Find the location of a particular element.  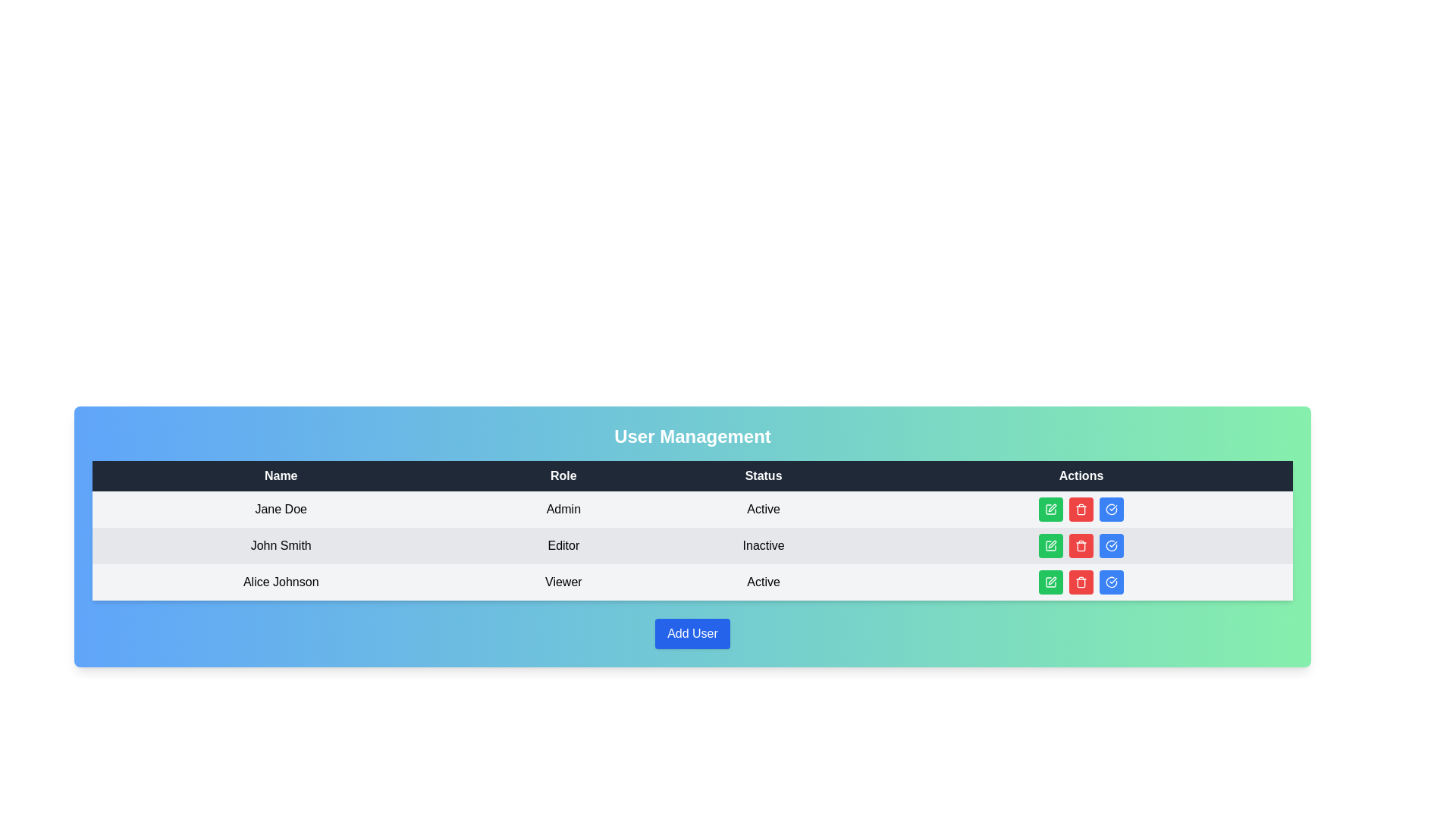

the red delete button with a trash can icon in the Actions column of the second row to observe the hover effect is located at coordinates (1080, 546).